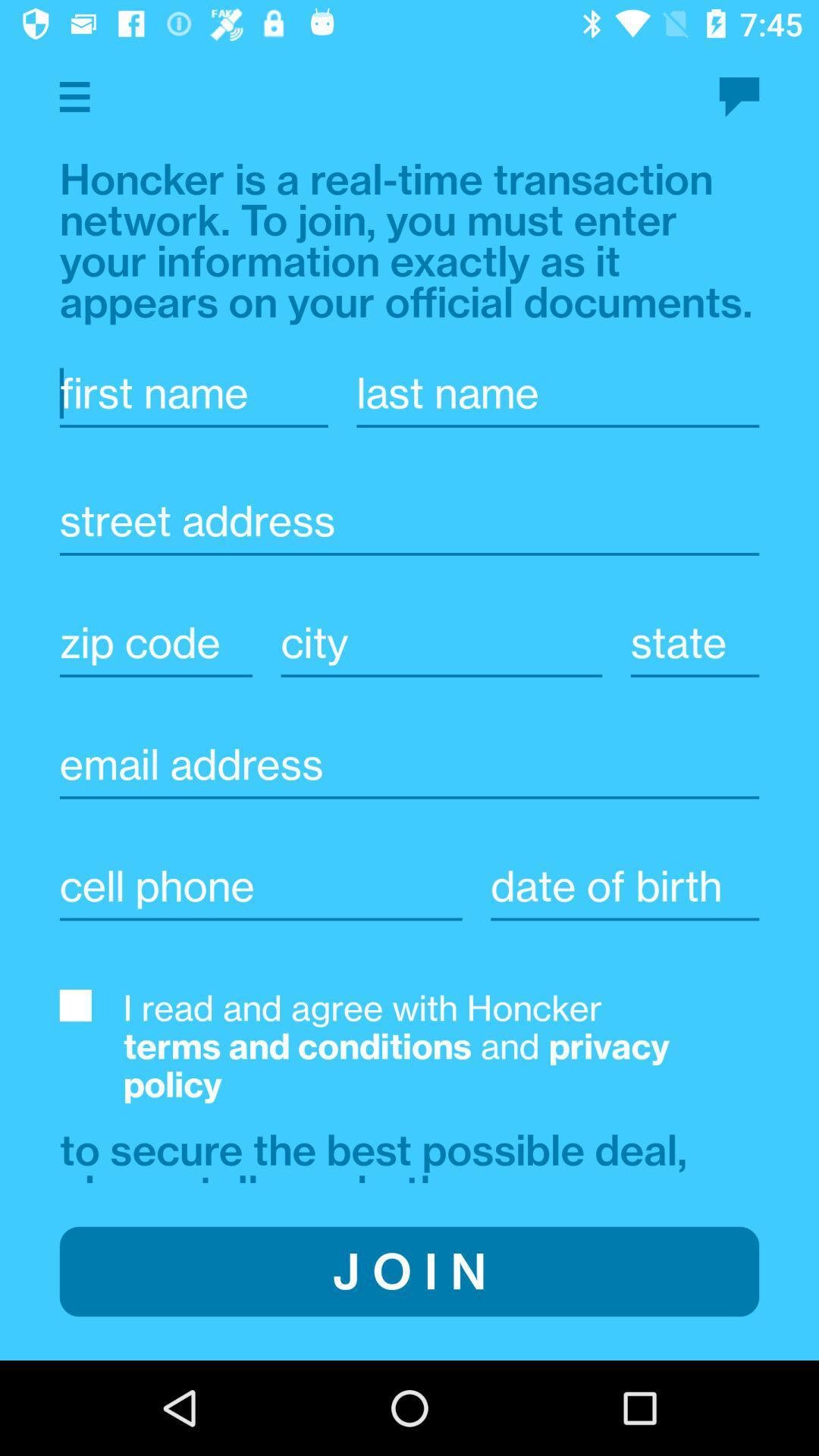  Describe the element at coordinates (379, 1153) in the screenshot. I see `the to secure the item` at that location.